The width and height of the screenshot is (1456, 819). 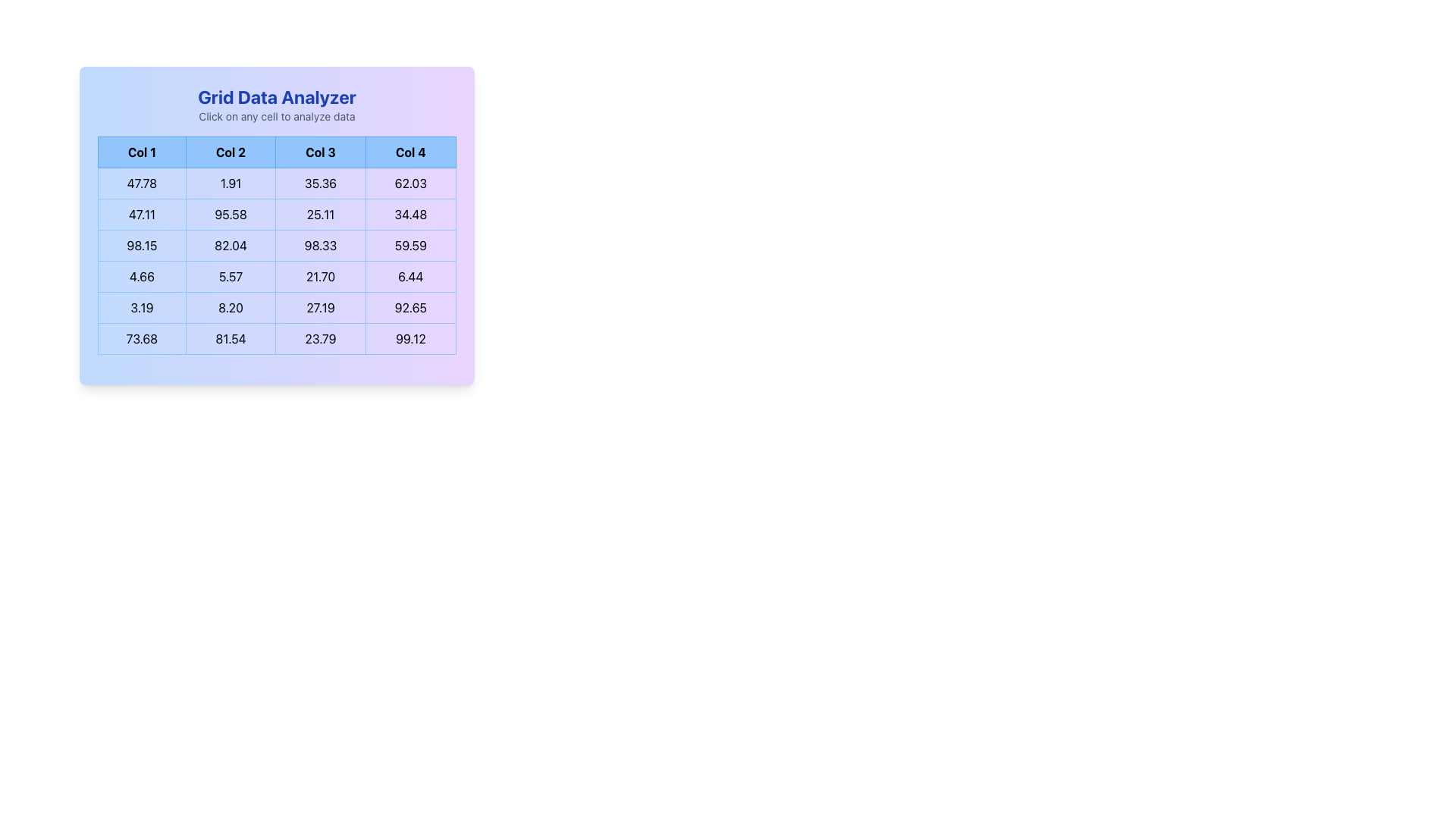 I want to click on the table cell displaying the numeric value '98.33', so click(x=277, y=260).